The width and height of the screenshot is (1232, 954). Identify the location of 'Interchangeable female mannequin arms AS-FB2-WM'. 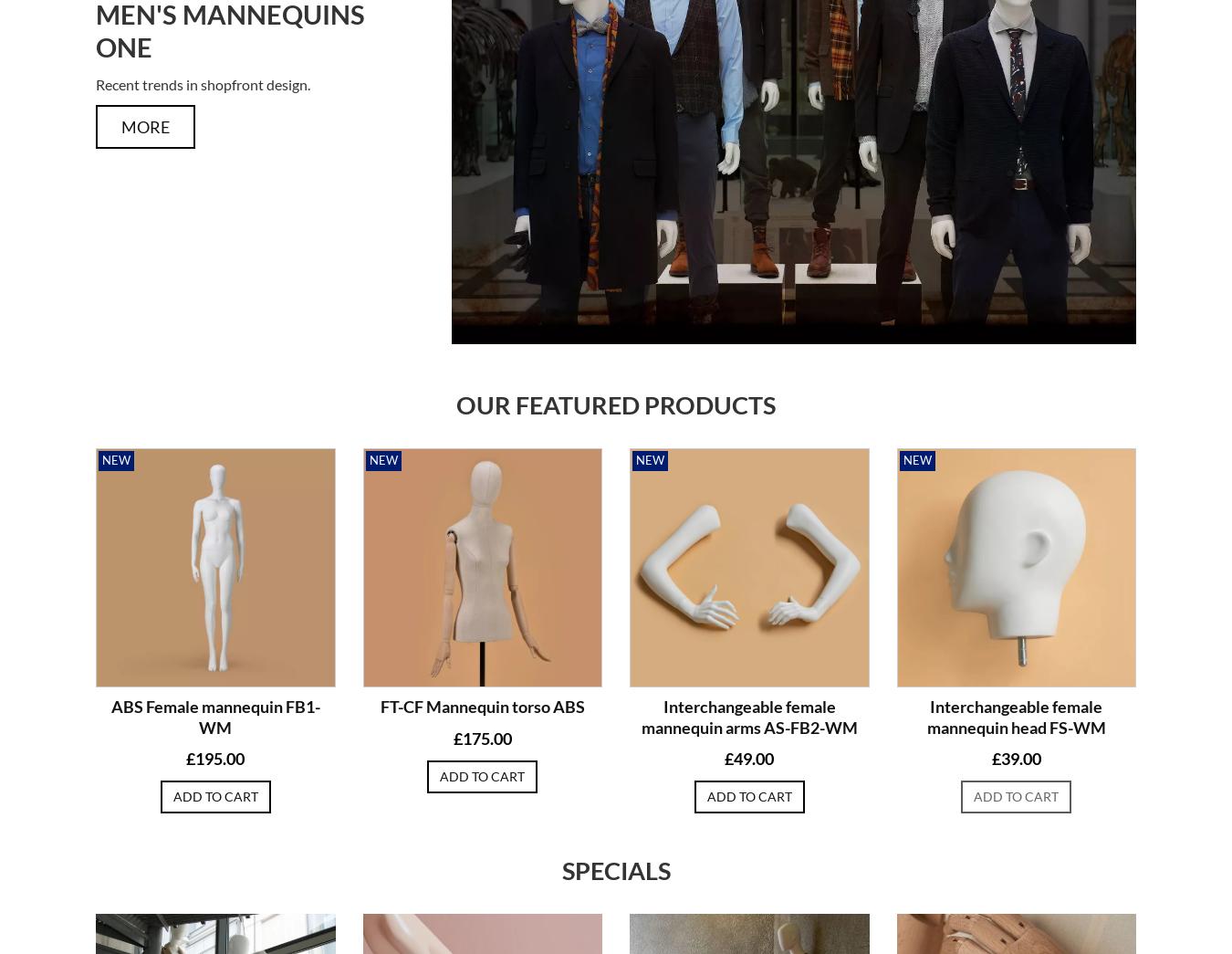
(748, 717).